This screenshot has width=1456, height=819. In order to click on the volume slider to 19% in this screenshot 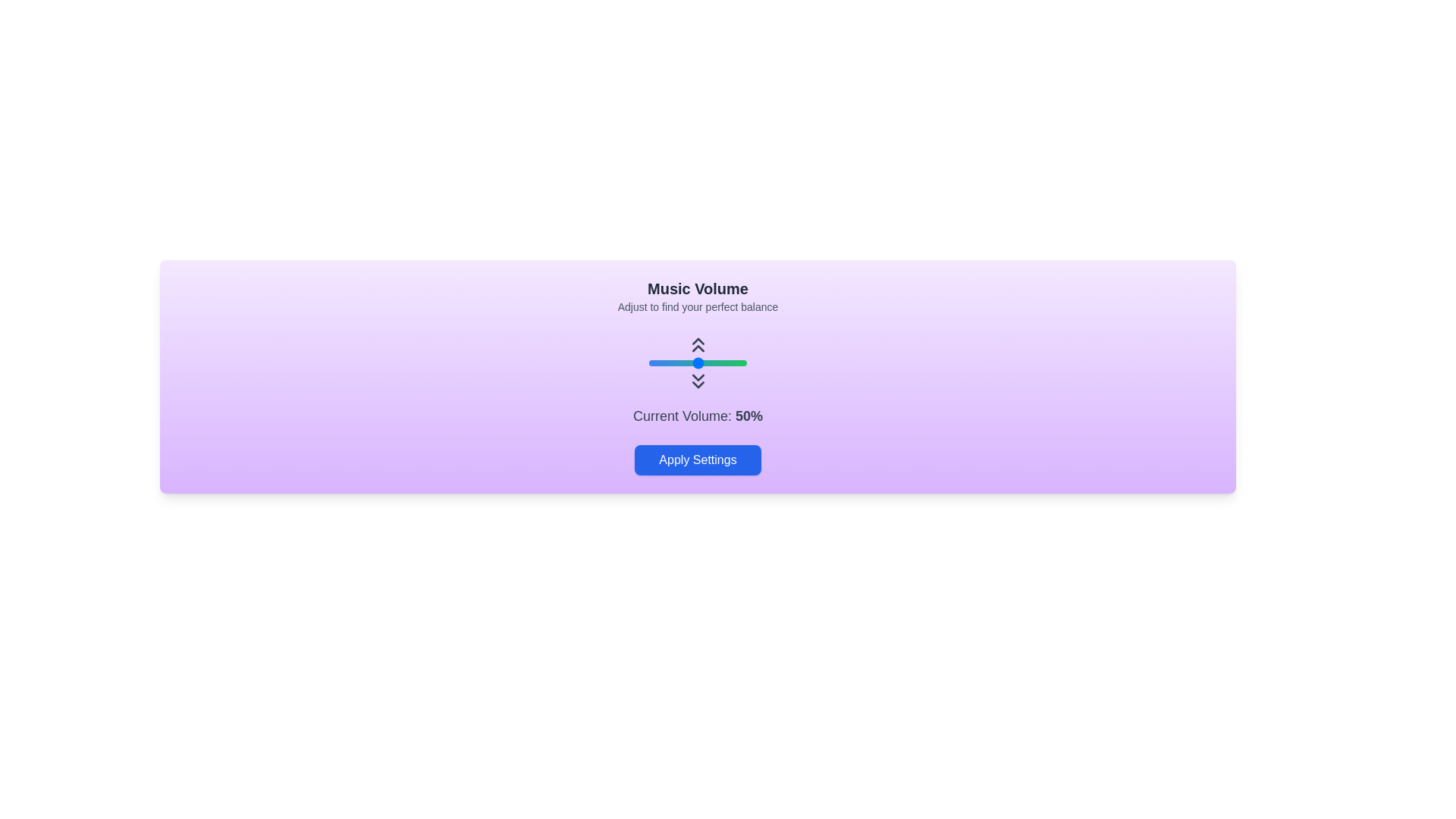, I will do `click(667, 362)`.